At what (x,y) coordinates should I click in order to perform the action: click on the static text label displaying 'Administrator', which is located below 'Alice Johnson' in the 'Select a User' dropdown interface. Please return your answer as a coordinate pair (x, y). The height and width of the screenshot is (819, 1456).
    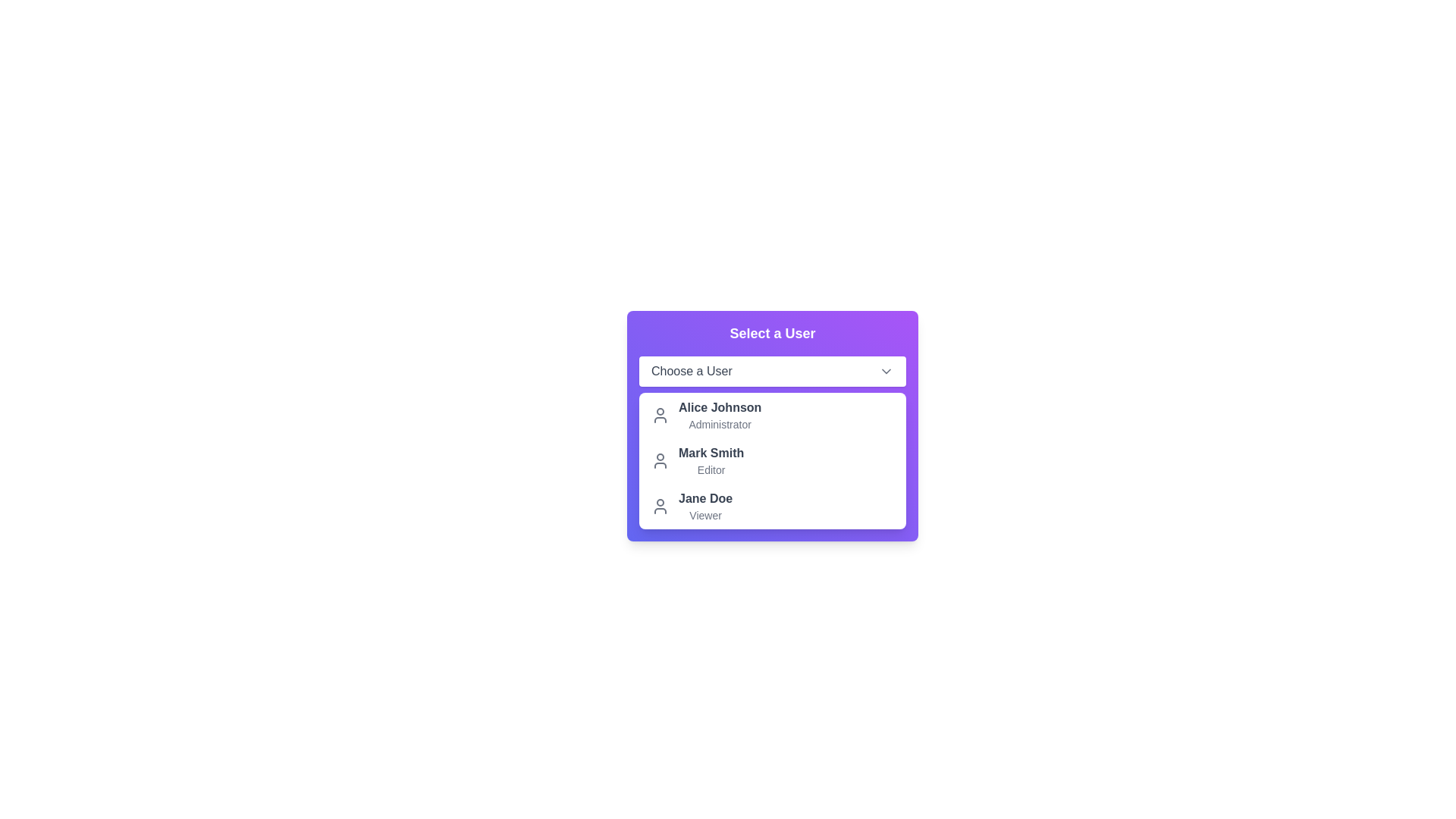
    Looking at the image, I should click on (719, 424).